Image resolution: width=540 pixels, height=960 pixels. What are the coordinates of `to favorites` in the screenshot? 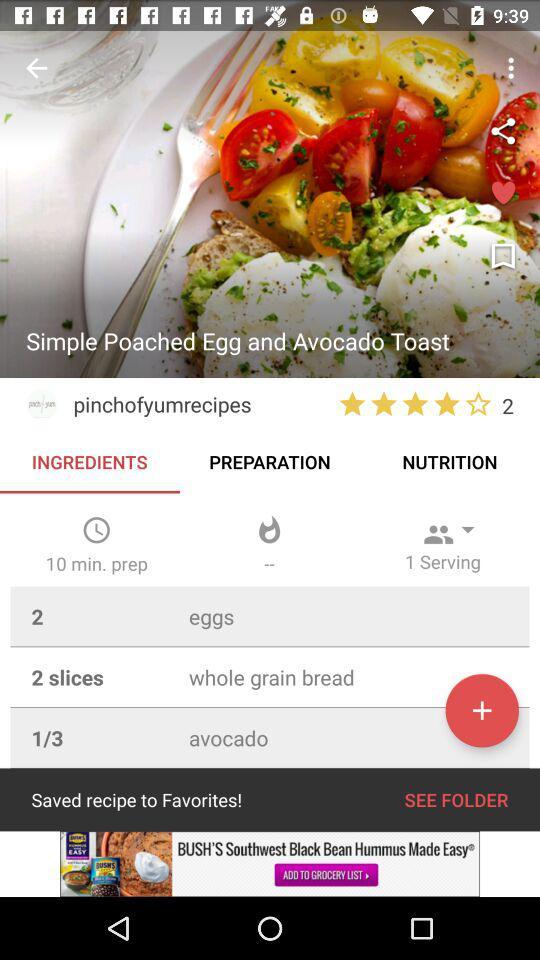 It's located at (502, 194).